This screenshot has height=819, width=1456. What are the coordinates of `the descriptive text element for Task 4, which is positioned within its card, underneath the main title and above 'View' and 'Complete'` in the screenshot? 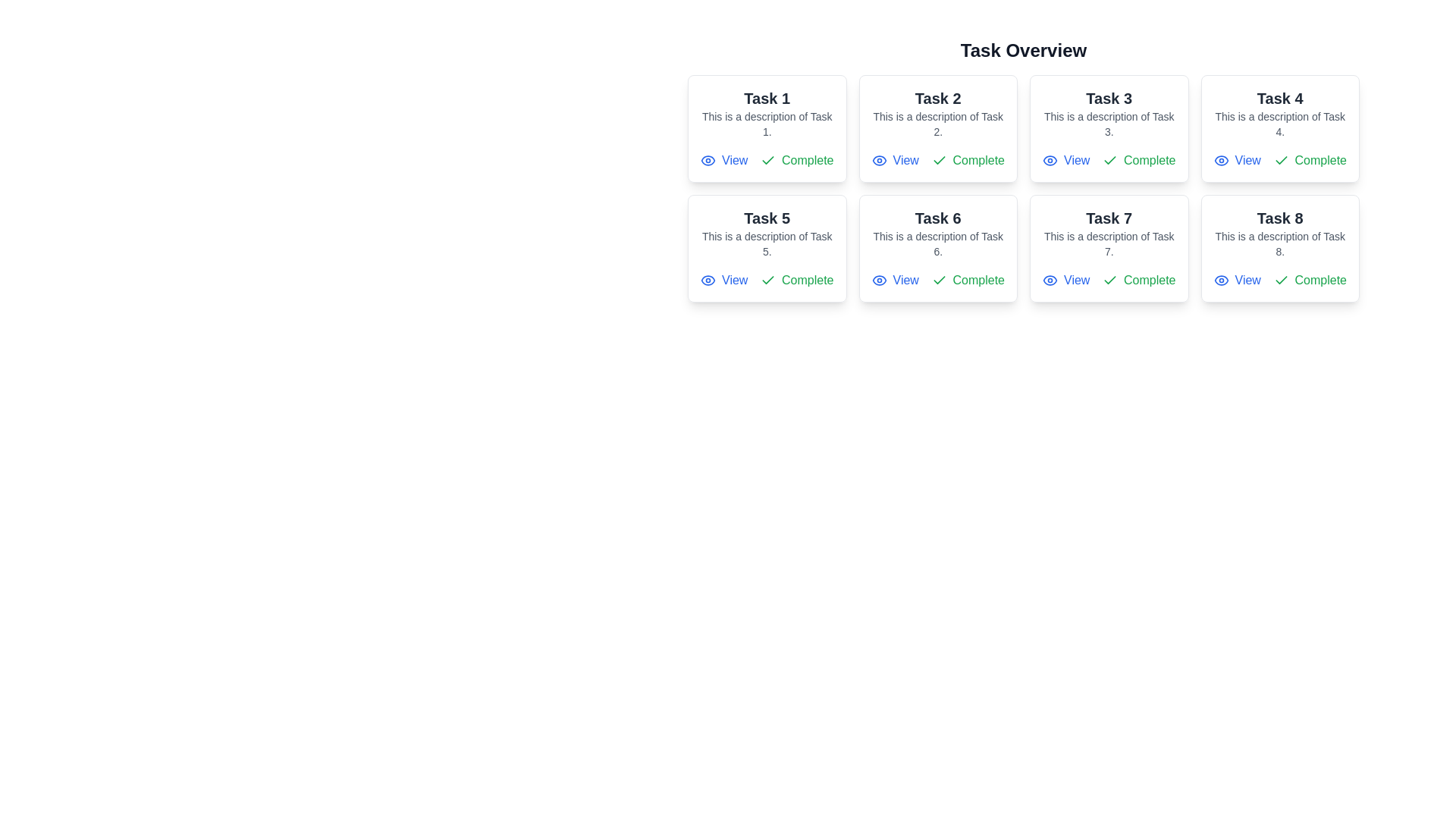 It's located at (1279, 124).